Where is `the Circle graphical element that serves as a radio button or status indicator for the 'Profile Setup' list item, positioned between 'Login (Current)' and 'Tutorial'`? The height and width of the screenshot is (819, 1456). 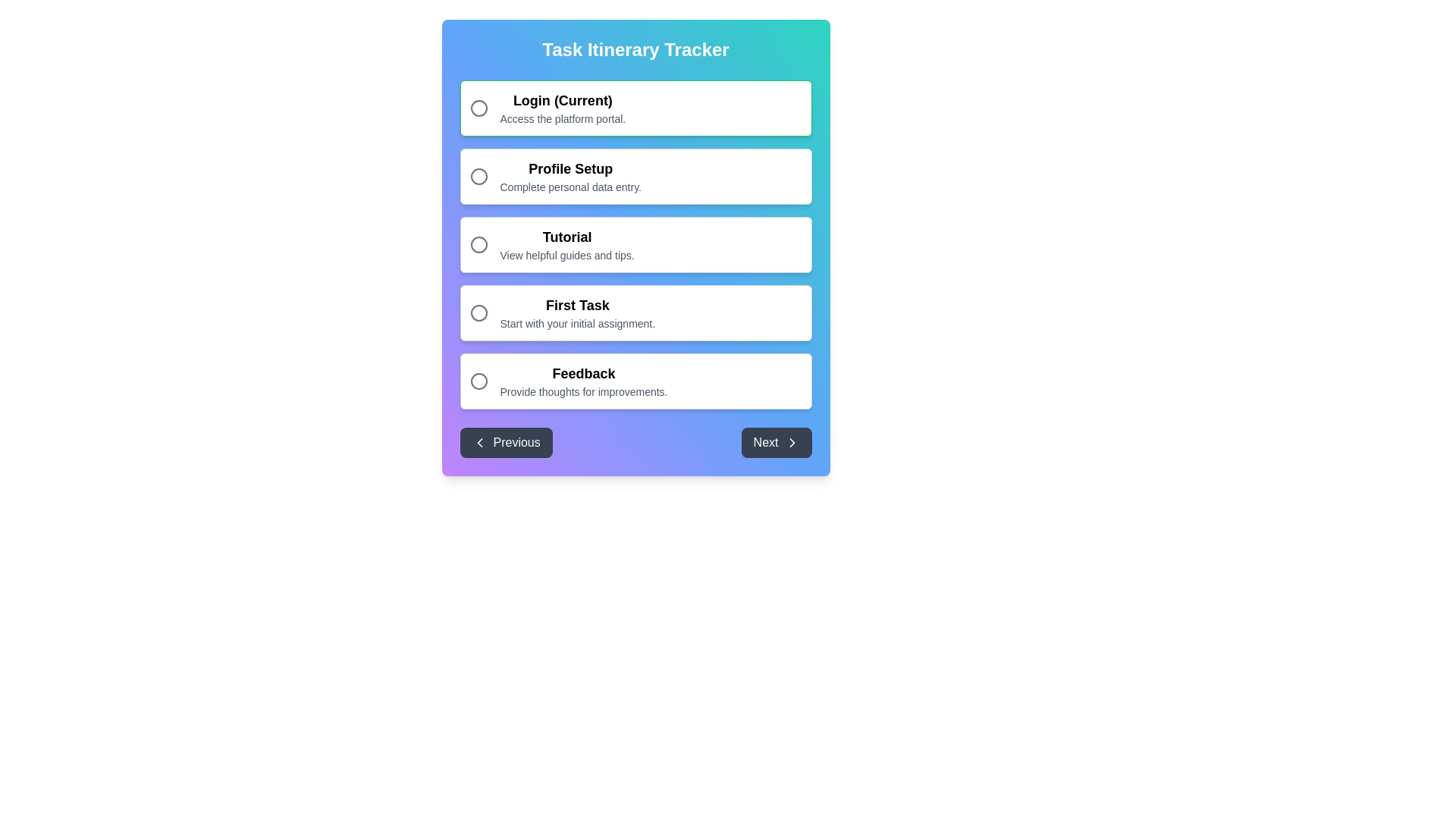 the Circle graphical element that serves as a radio button or status indicator for the 'Profile Setup' list item, positioned between 'Login (Current)' and 'Tutorial' is located at coordinates (478, 175).